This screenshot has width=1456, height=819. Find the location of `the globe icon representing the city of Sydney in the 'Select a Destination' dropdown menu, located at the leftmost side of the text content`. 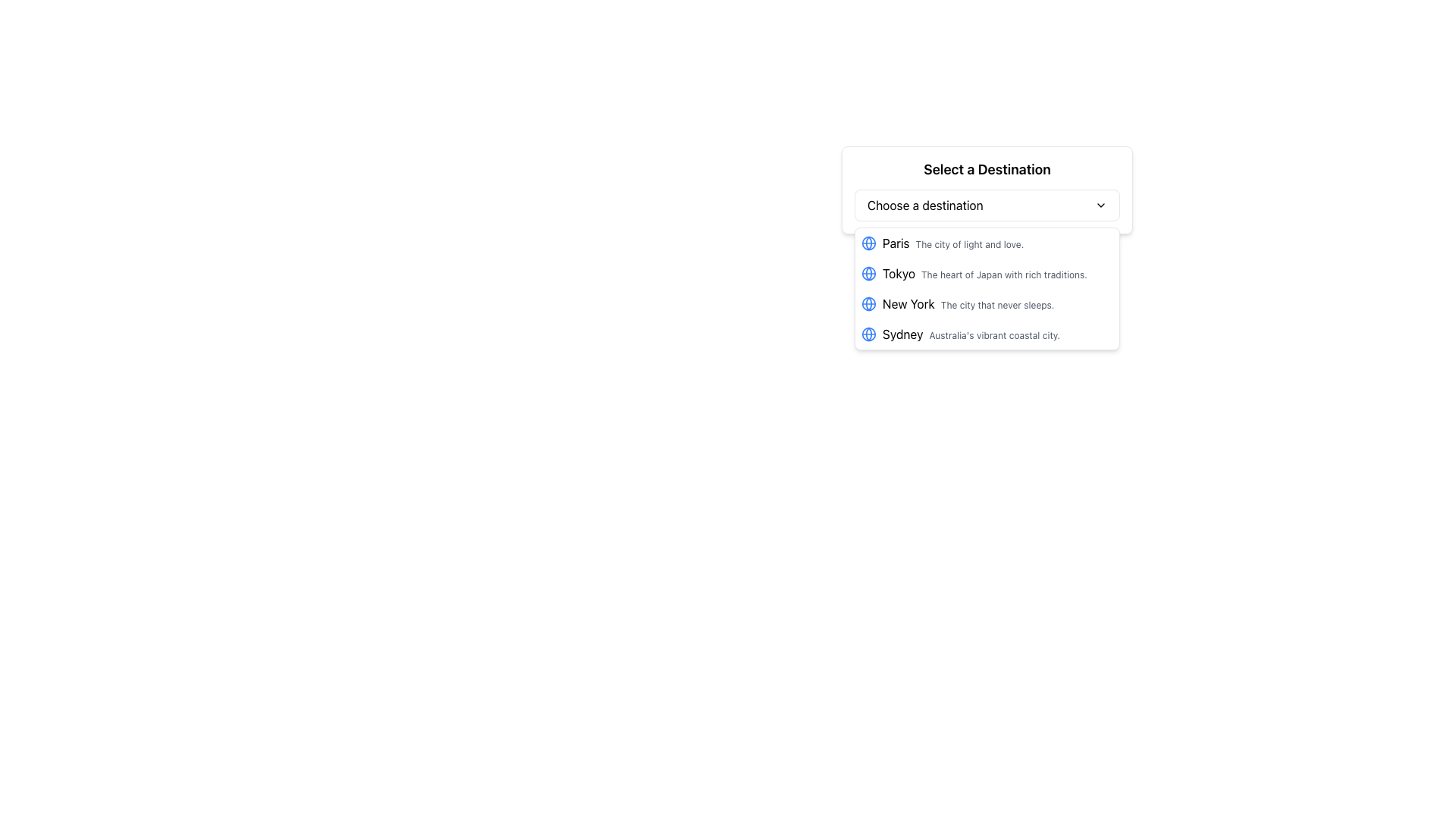

the globe icon representing the city of Sydney in the 'Select a Destination' dropdown menu, located at the leftmost side of the text content is located at coordinates (869, 333).